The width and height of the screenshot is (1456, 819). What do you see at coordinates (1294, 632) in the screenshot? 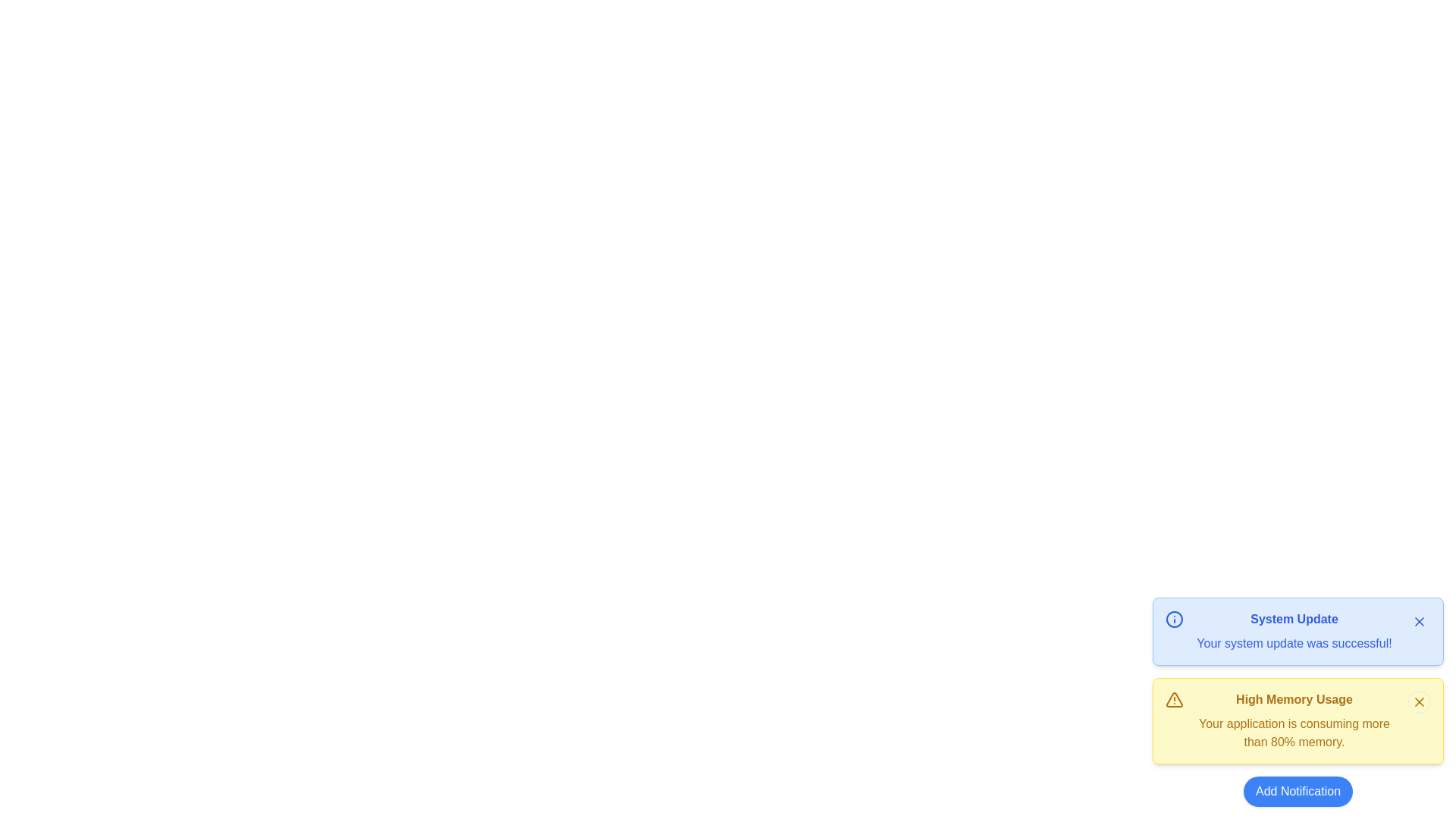
I see `the text block that displays 'System Update' in bold blue text and 'Your system update was successful!' in regular text, located in the blue notification card at the top of the alert section` at bounding box center [1294, 632].